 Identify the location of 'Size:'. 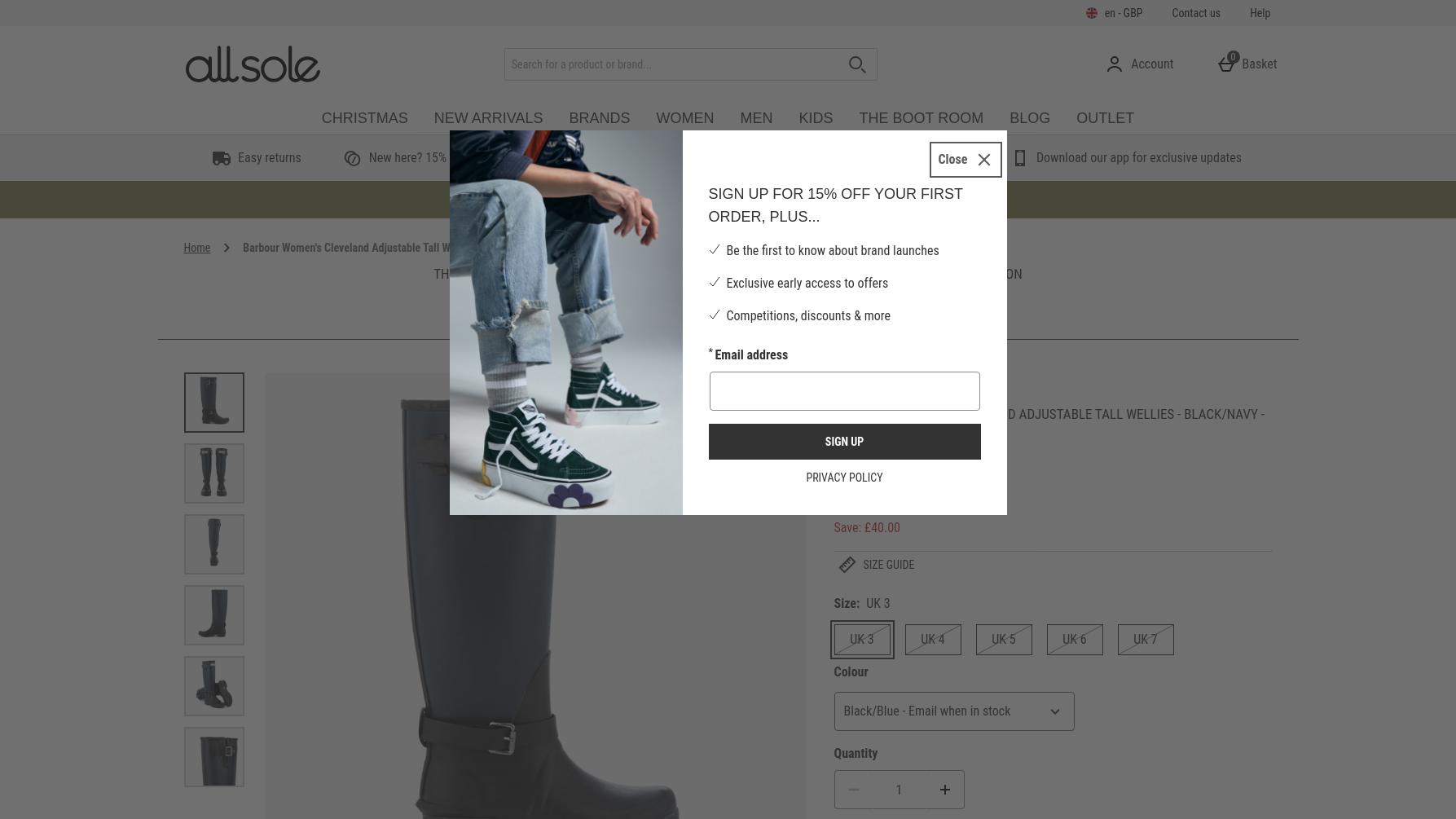
(845, 603).